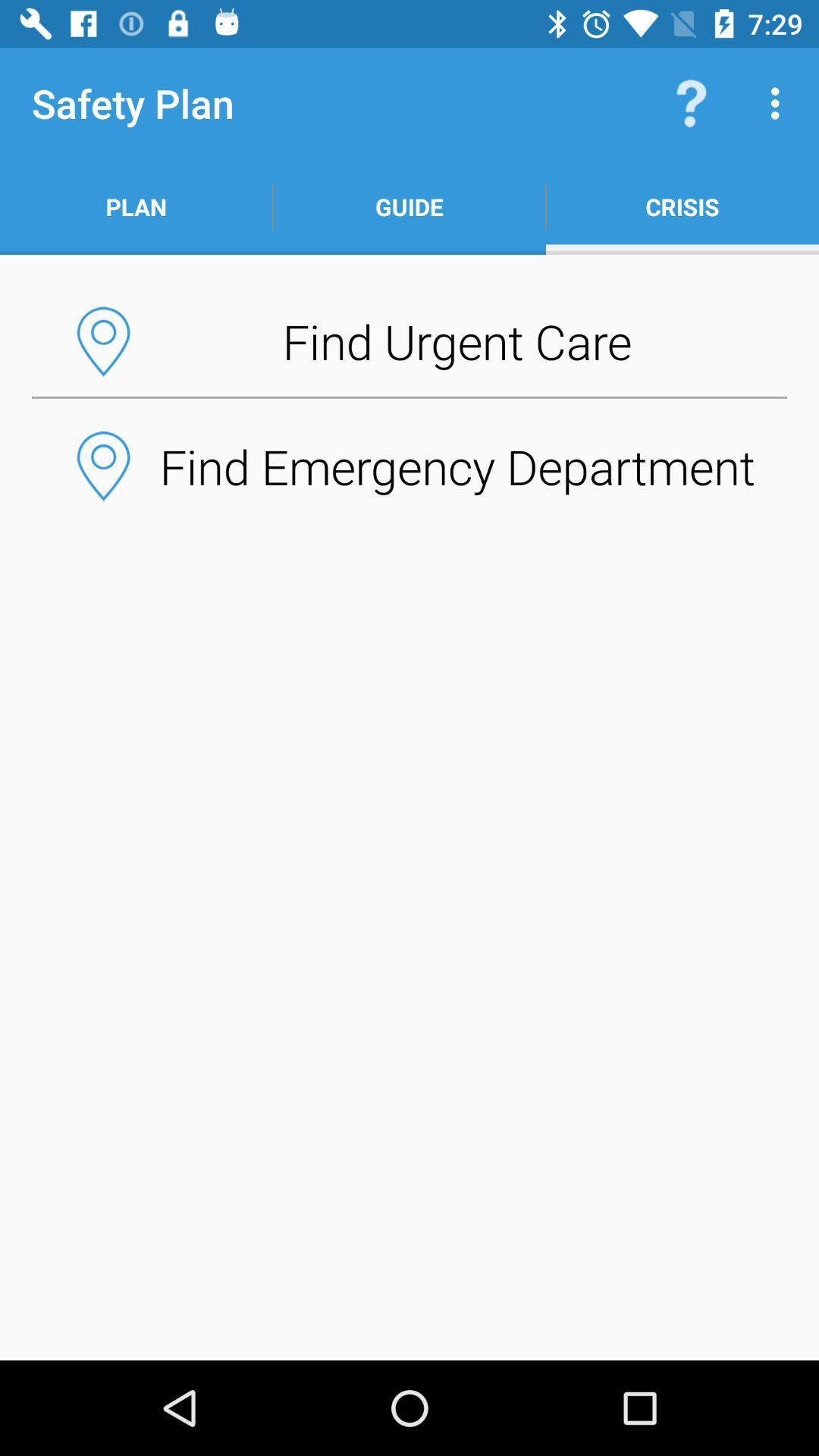  I want to click on item below plan app, so click(409, 340).